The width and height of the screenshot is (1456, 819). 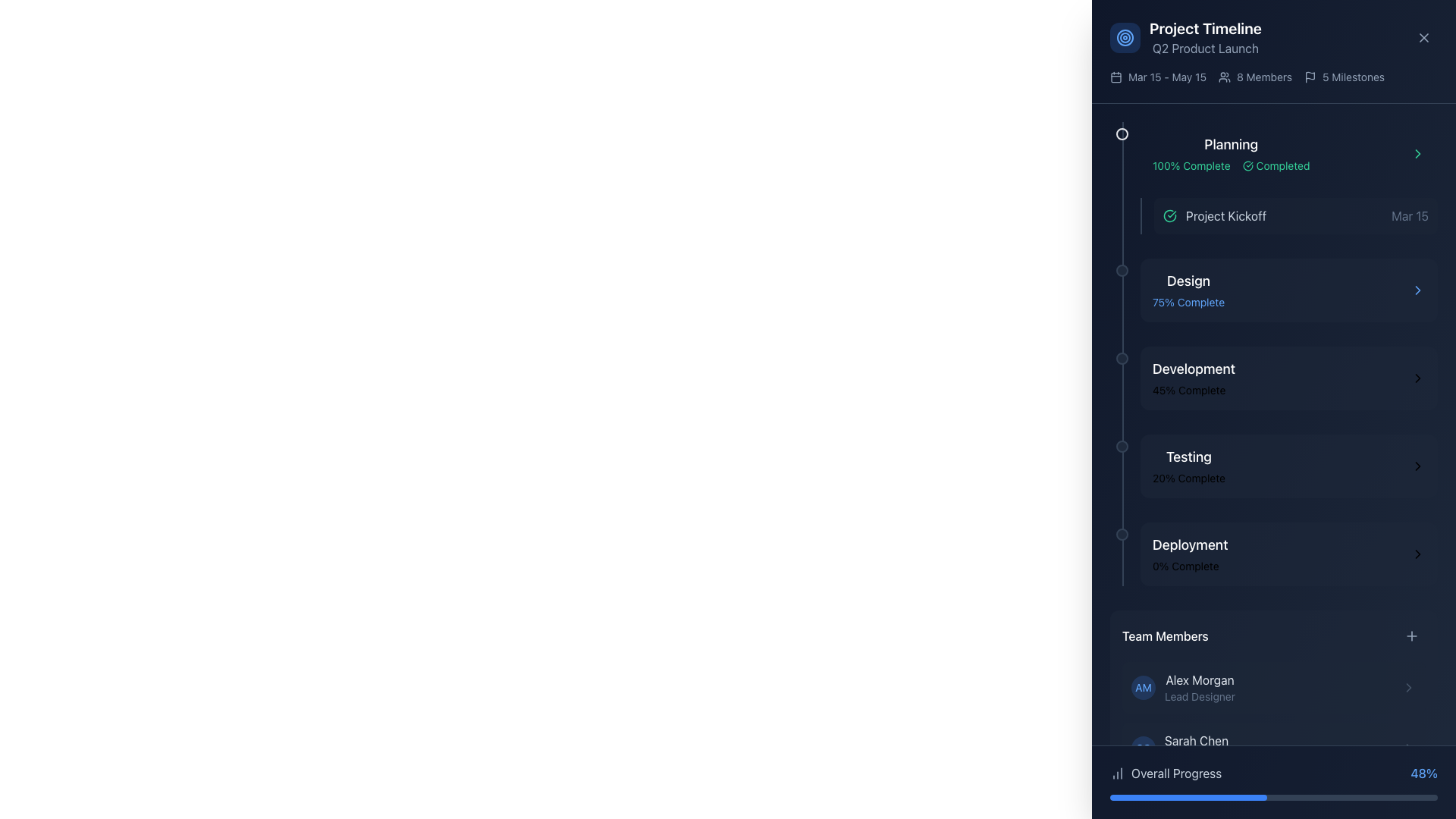 What do you see at coordinates (1175, 773) in the screenshot?
I see `the text label displaying 'Overall Progress', which is located on the right-side column below the 'Team Members' section, adjacent to a chart icon and a numerical representation of progress` at bounding box center [1175, 773].